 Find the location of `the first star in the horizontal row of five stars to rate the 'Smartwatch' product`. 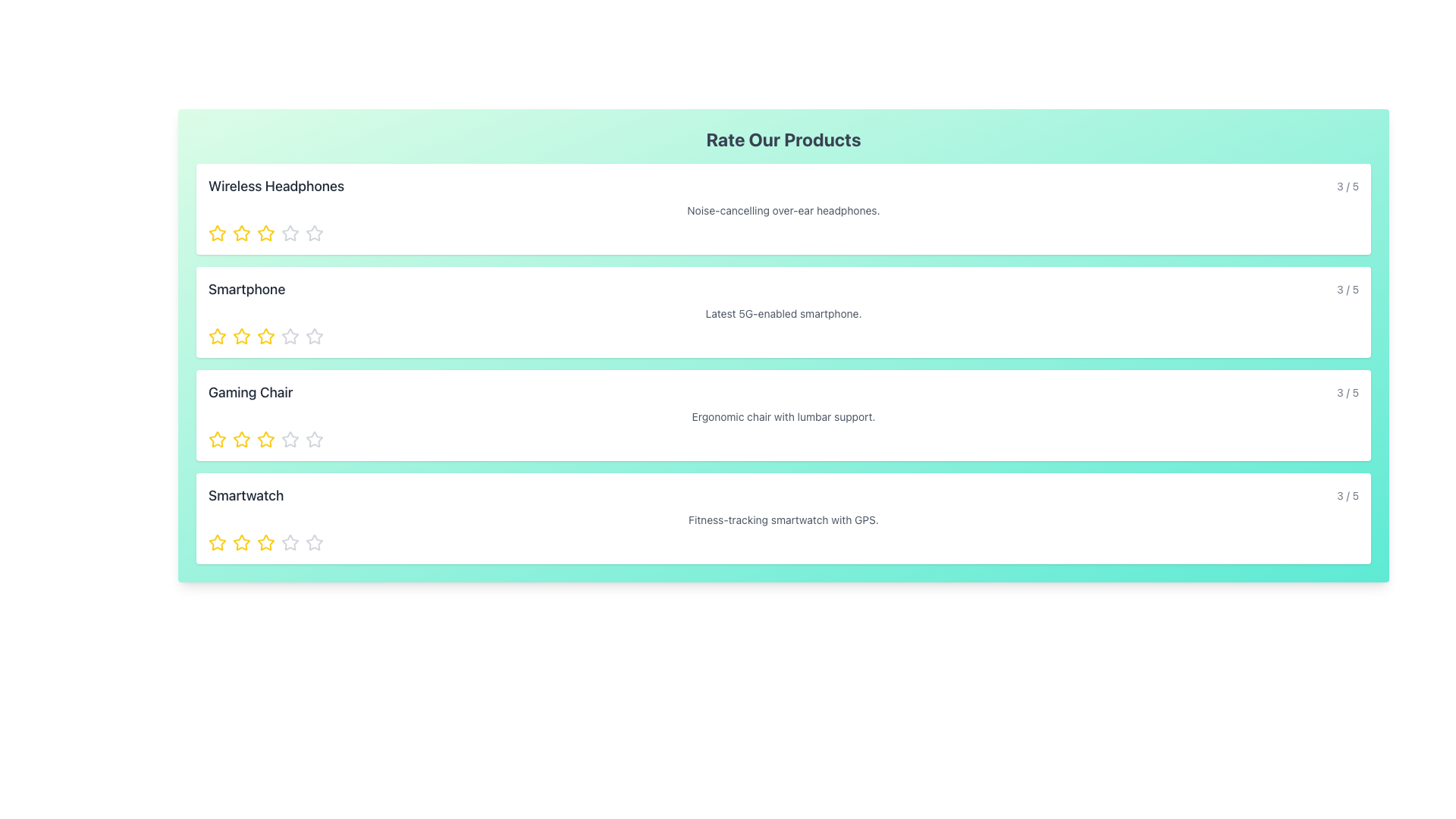

the first star in the horizontal row of five stars to rate the 'Smartwatch' product is located at coordinates (217, 541).